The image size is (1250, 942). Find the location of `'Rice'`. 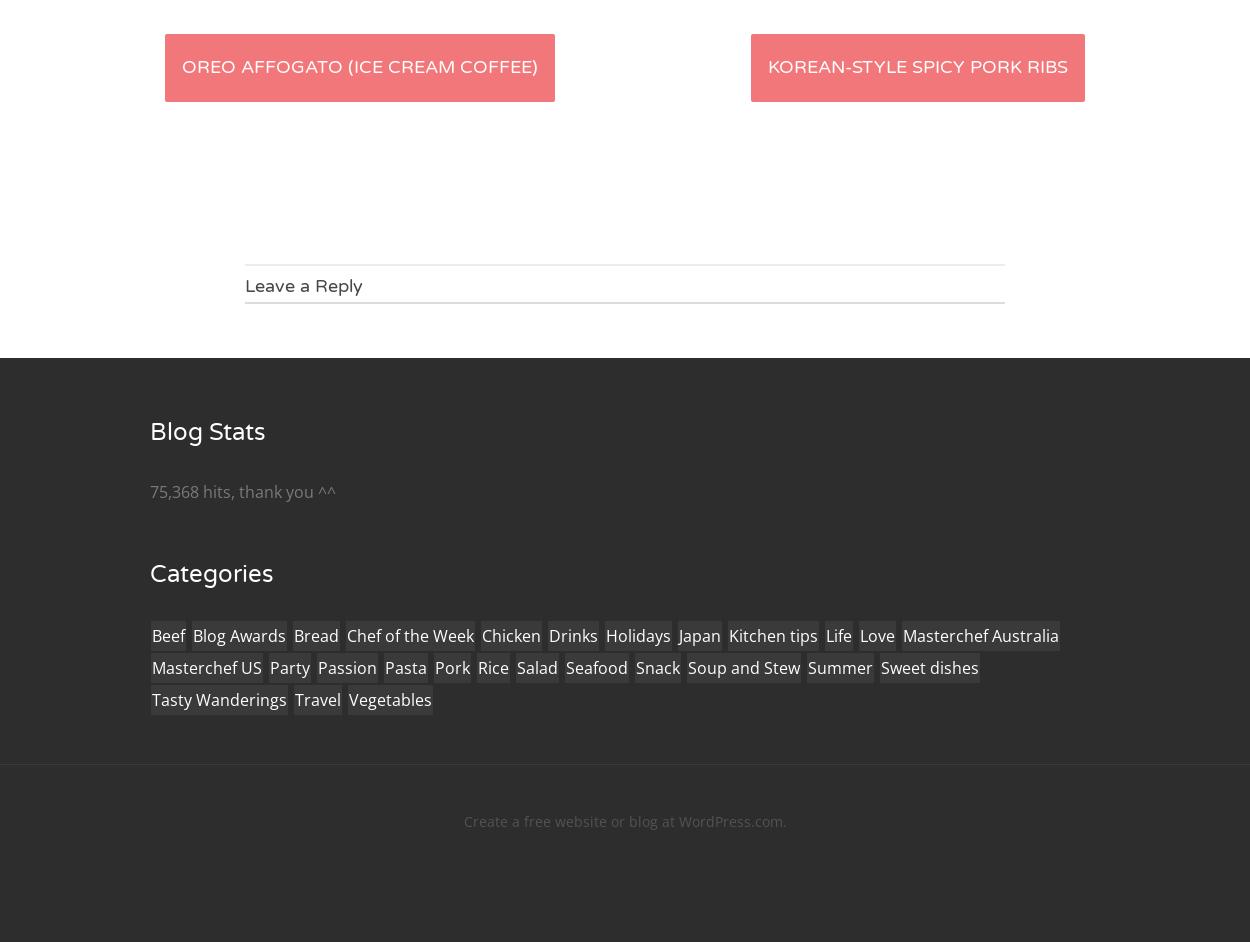

'Rice' is located at coordinates (492, 667).